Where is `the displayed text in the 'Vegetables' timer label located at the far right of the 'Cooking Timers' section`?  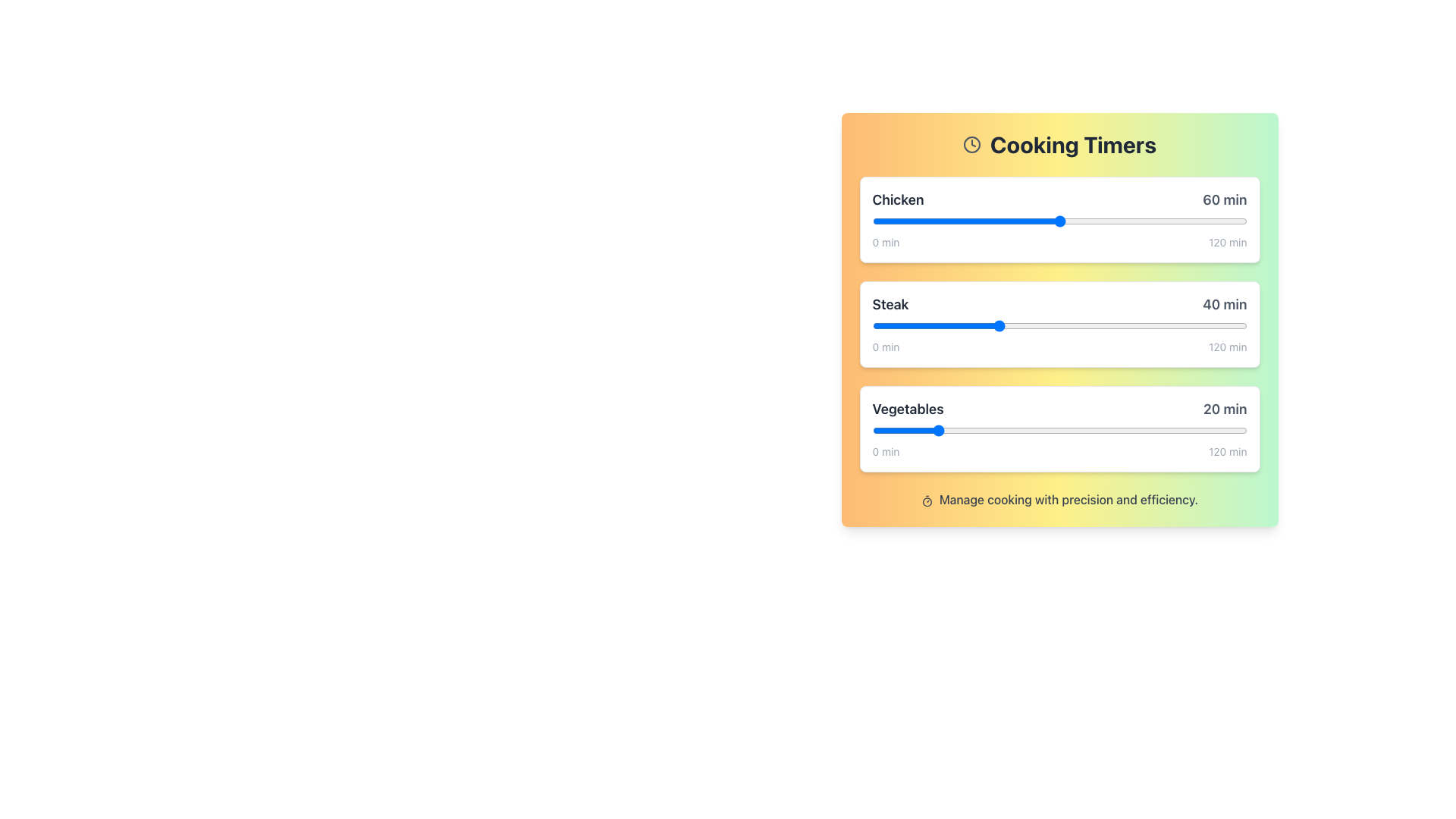
the displayed text in the 'Vegetables' timer label located at the far right of the 'Cooking Timers' section is located at coordinates (1225, 409).